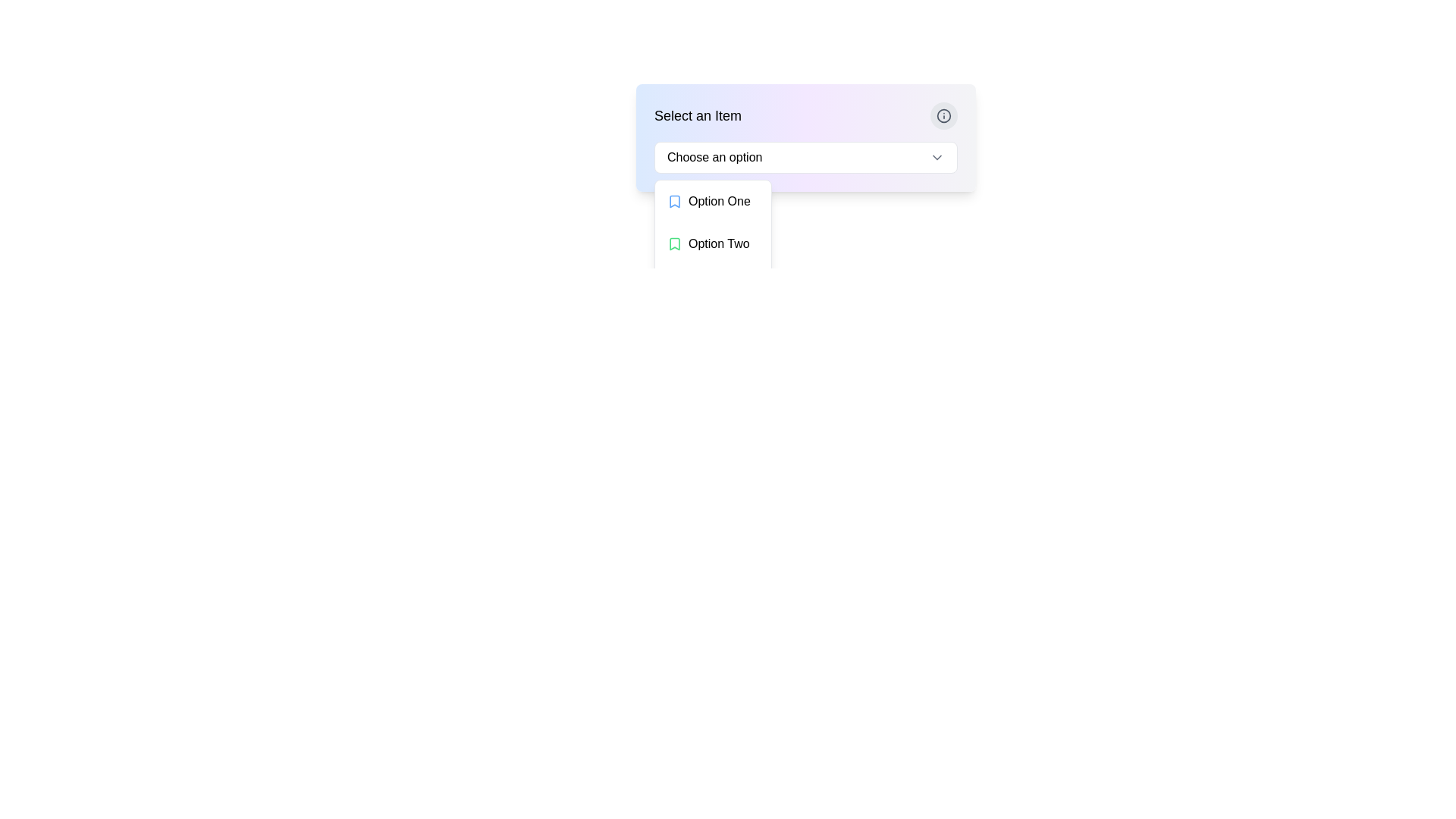 The height and width of the screenshot is (819, 1456). What do you see at coordinates (712, 243) in the screenshot?
I see `the second selectable option 'Option Two' in the dropdown menu` at bounding box center [712, 243].